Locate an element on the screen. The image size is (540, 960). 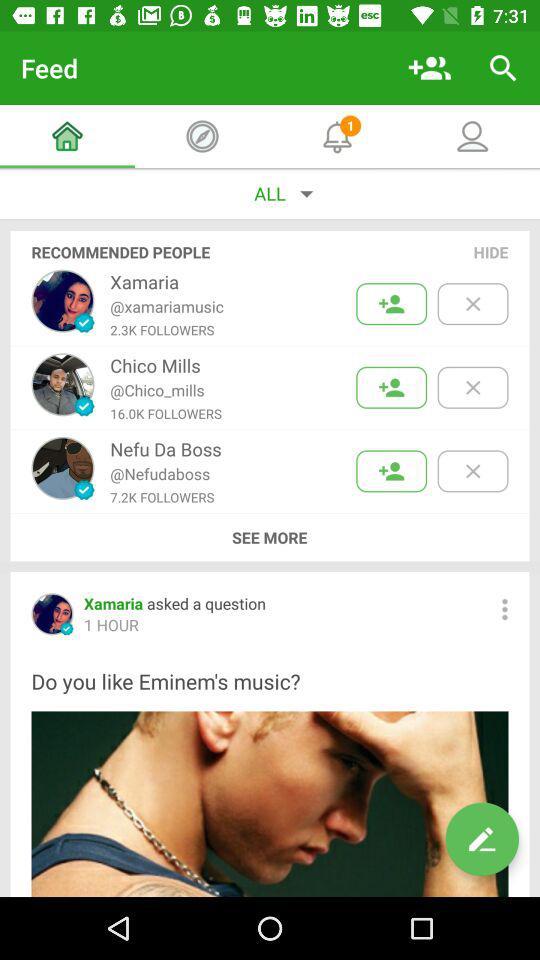
person is located at coordinates (391, 386).